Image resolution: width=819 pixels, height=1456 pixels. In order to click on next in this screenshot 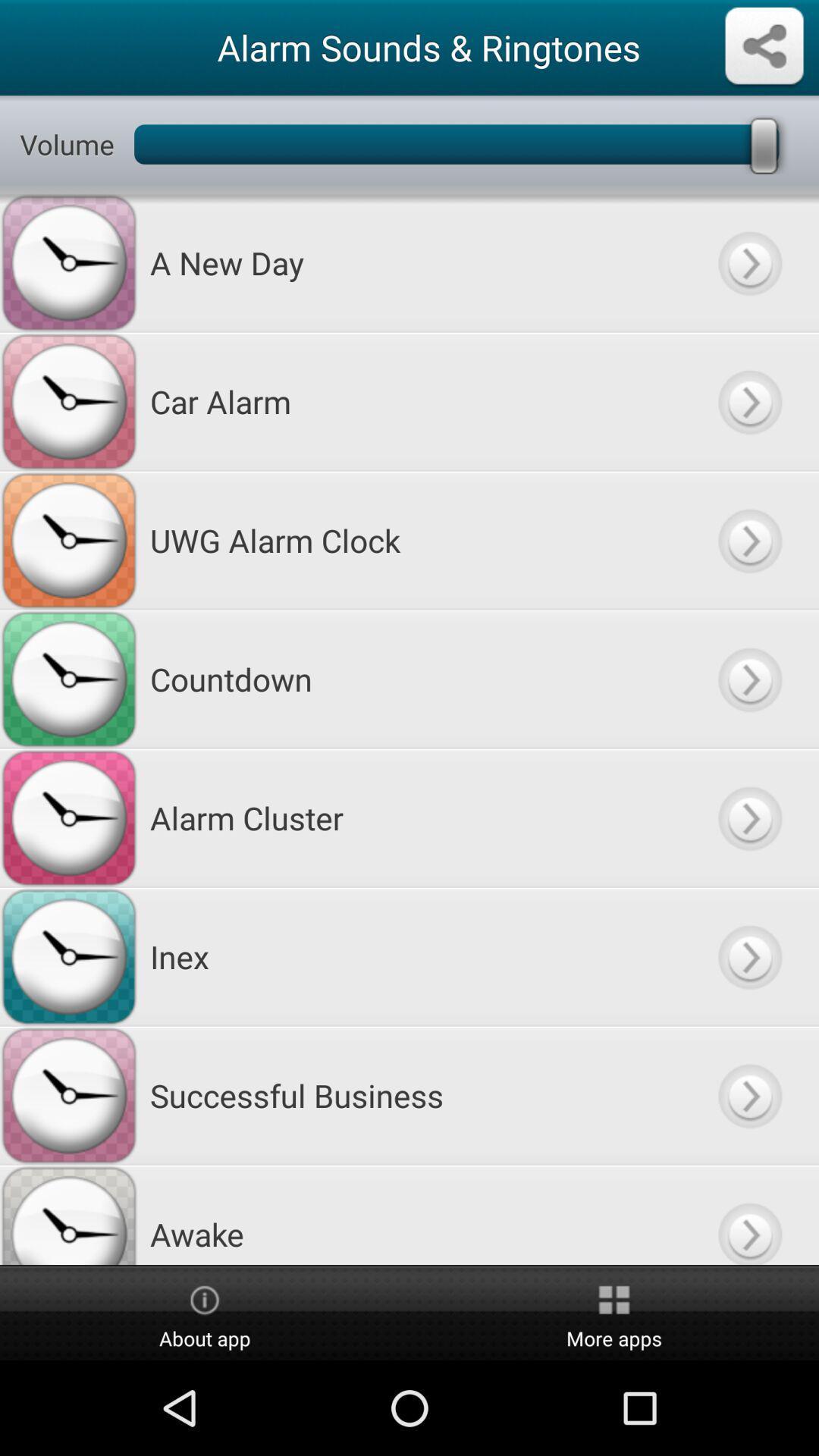, I will do `click(748, 262)`.